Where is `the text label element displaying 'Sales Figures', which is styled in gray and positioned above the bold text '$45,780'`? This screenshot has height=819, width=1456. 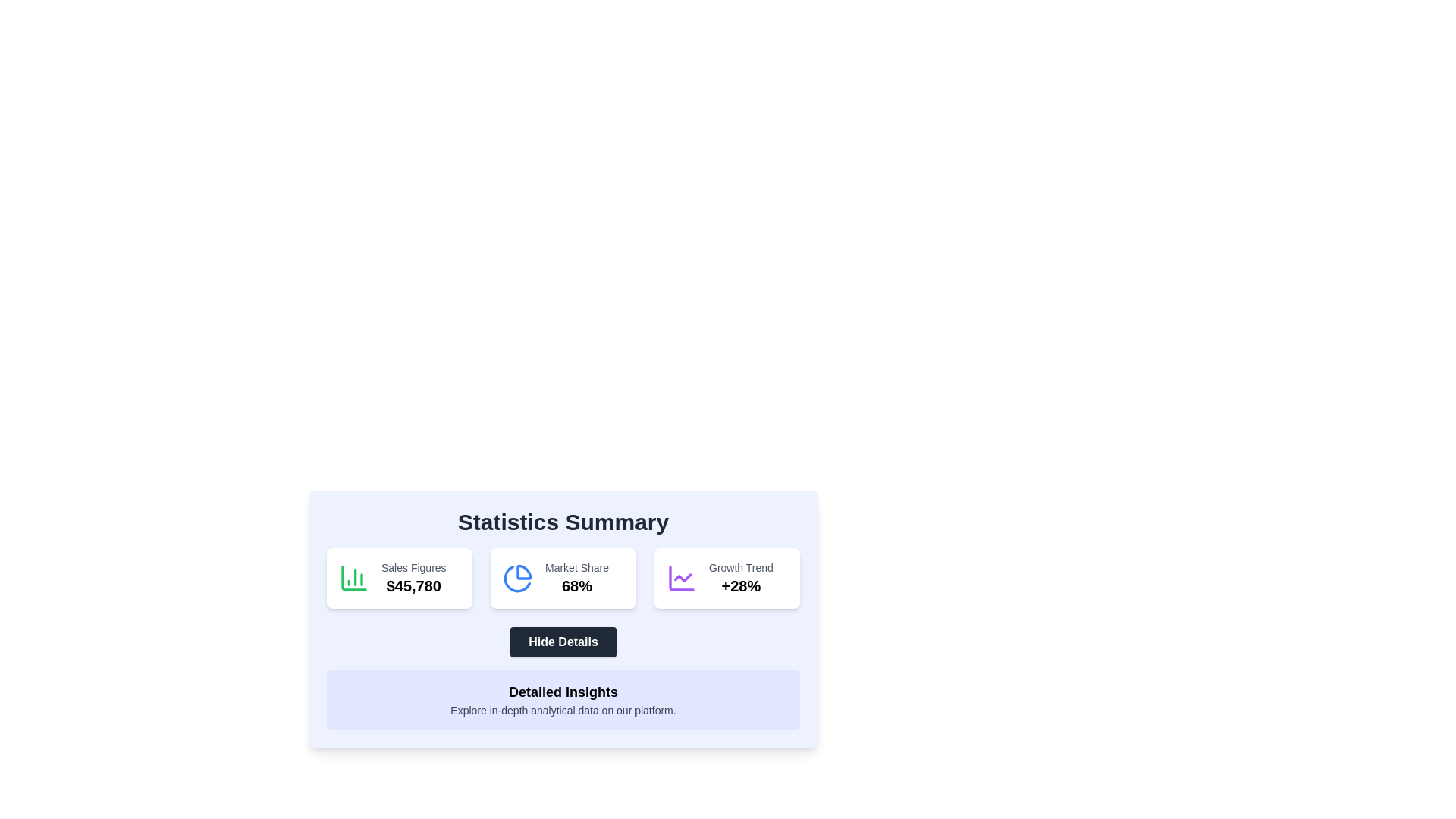
the text label element displaying 'Sales Figures', which is styled in gray and positioned above the bold text '$45,780' is located at coordinates (413, 567).